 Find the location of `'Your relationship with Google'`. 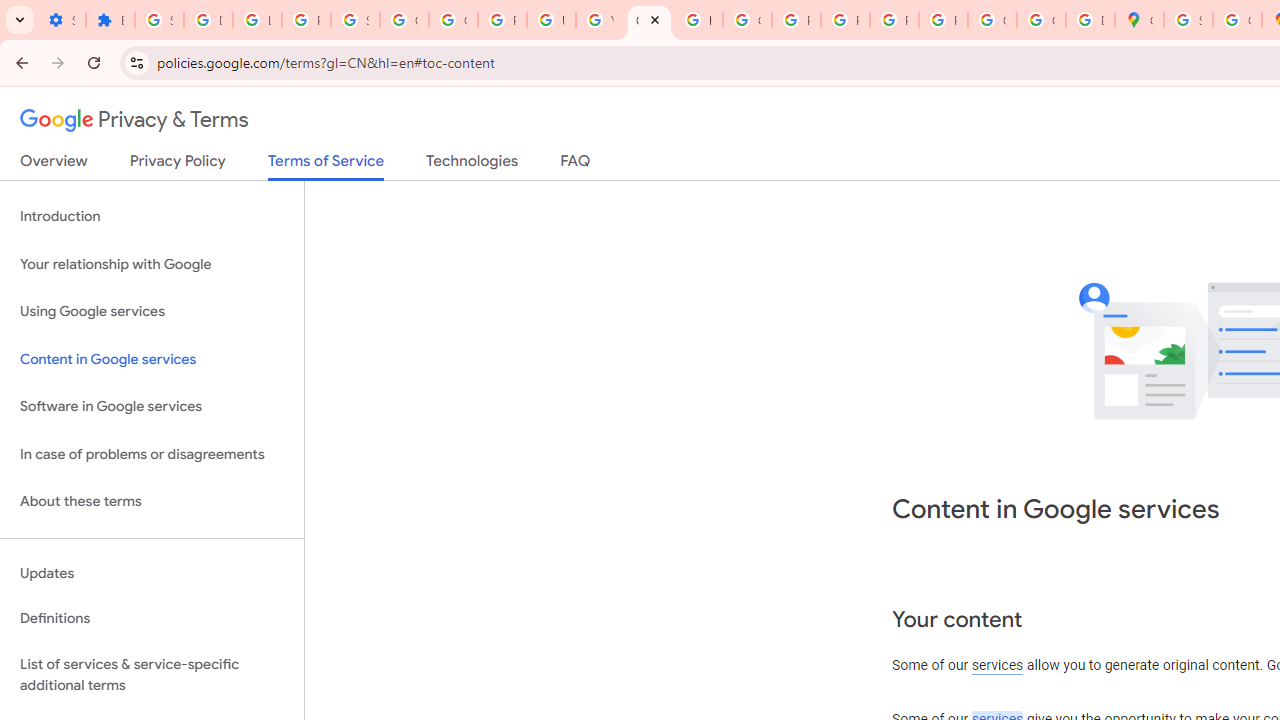

'Your relationship with Google' is located at coordinates (151, 263).